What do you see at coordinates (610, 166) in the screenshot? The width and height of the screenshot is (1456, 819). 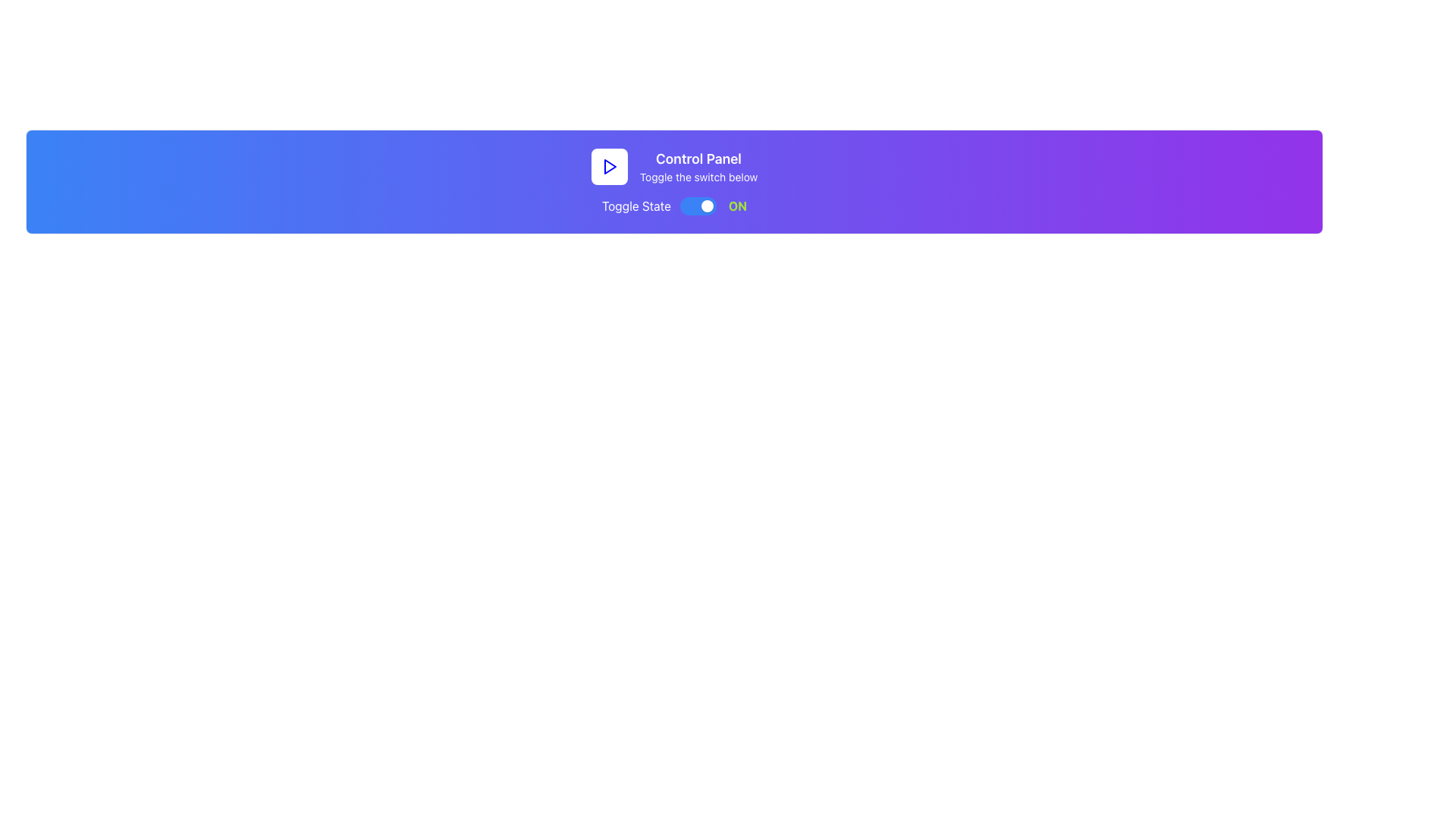 I see `the blue triangular play button icon located to the left of the 'Control Panel' heading` at bounding box center [610, 166].